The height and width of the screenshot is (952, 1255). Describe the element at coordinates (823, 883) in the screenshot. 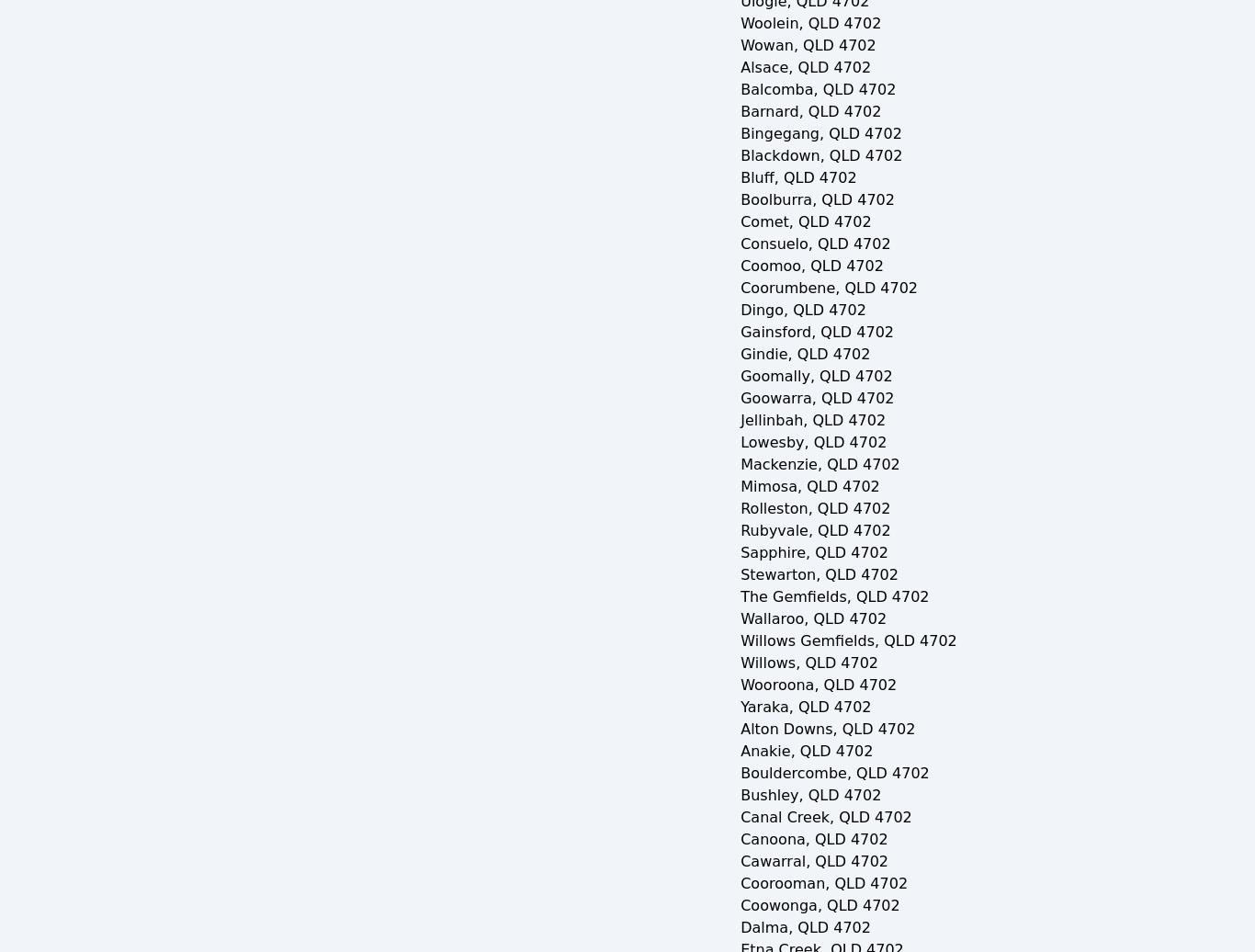

I see `'Coorooman, QLD 4702'` at that location.